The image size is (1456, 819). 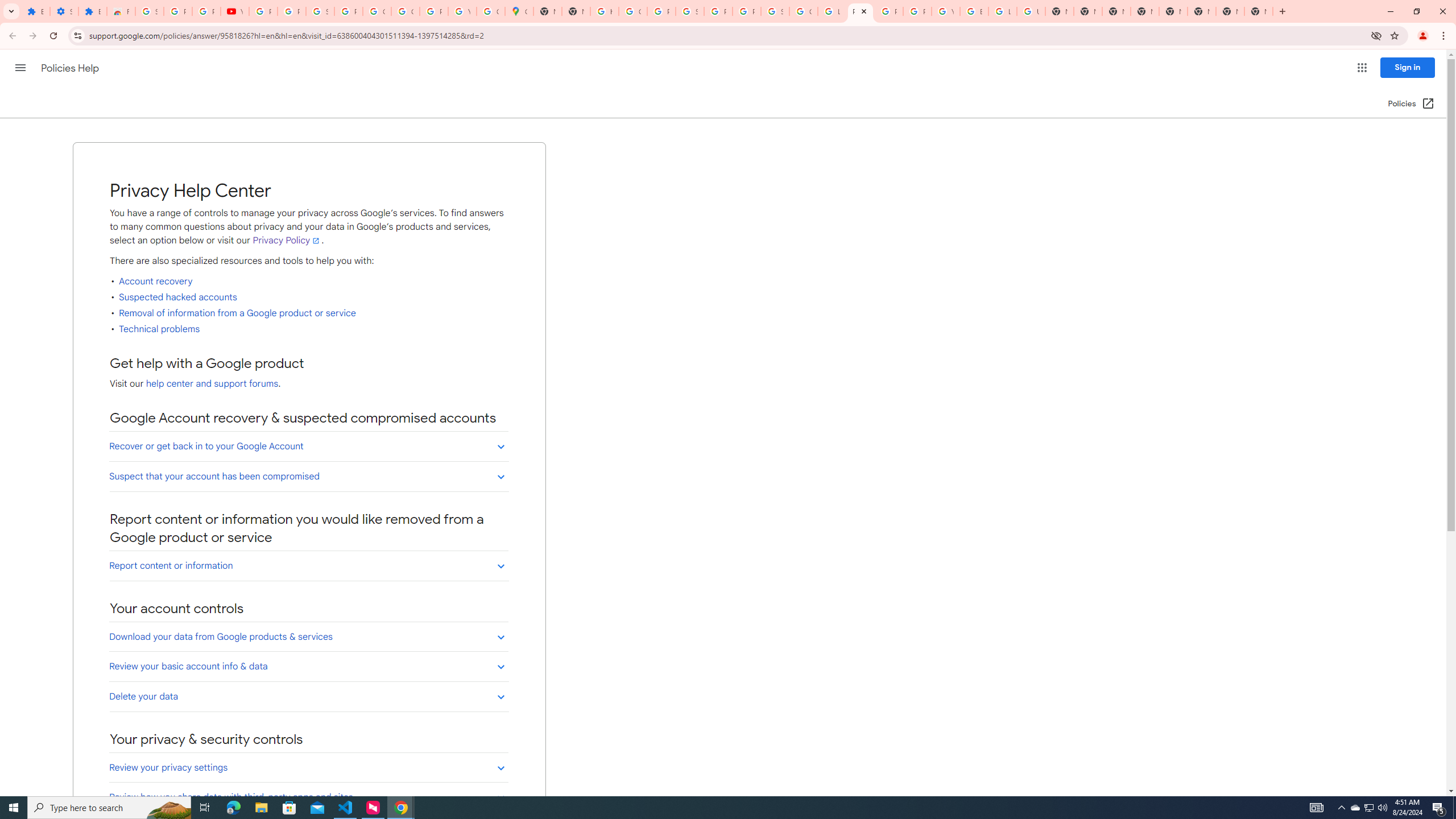 What do you see at coordinates (308, 767) in the screenshot?
I see `'Review your privacy settings'` at bounding box center [308, 767].